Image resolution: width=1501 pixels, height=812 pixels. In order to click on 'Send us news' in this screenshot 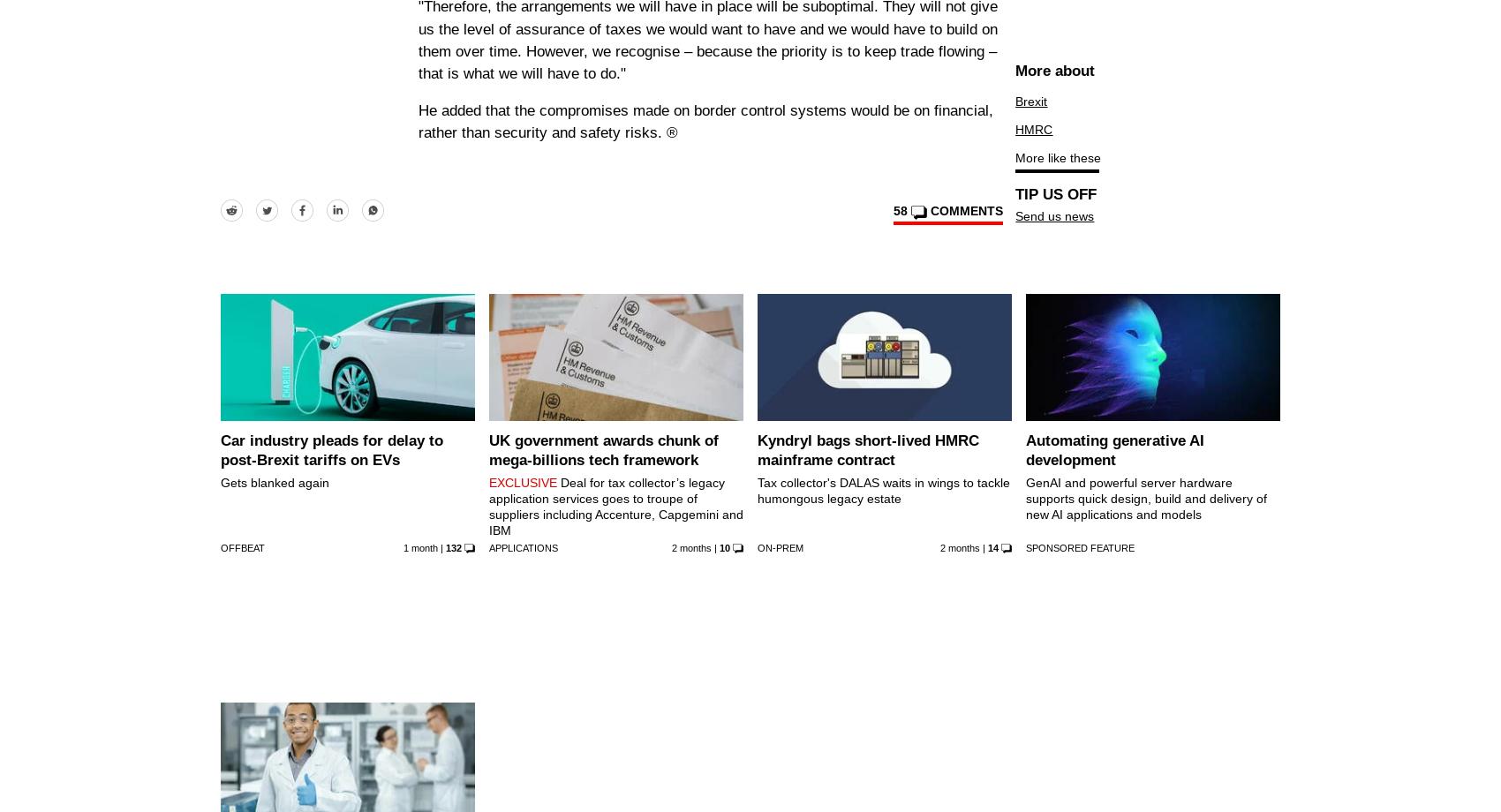, I will do `click(1053, 215)`.